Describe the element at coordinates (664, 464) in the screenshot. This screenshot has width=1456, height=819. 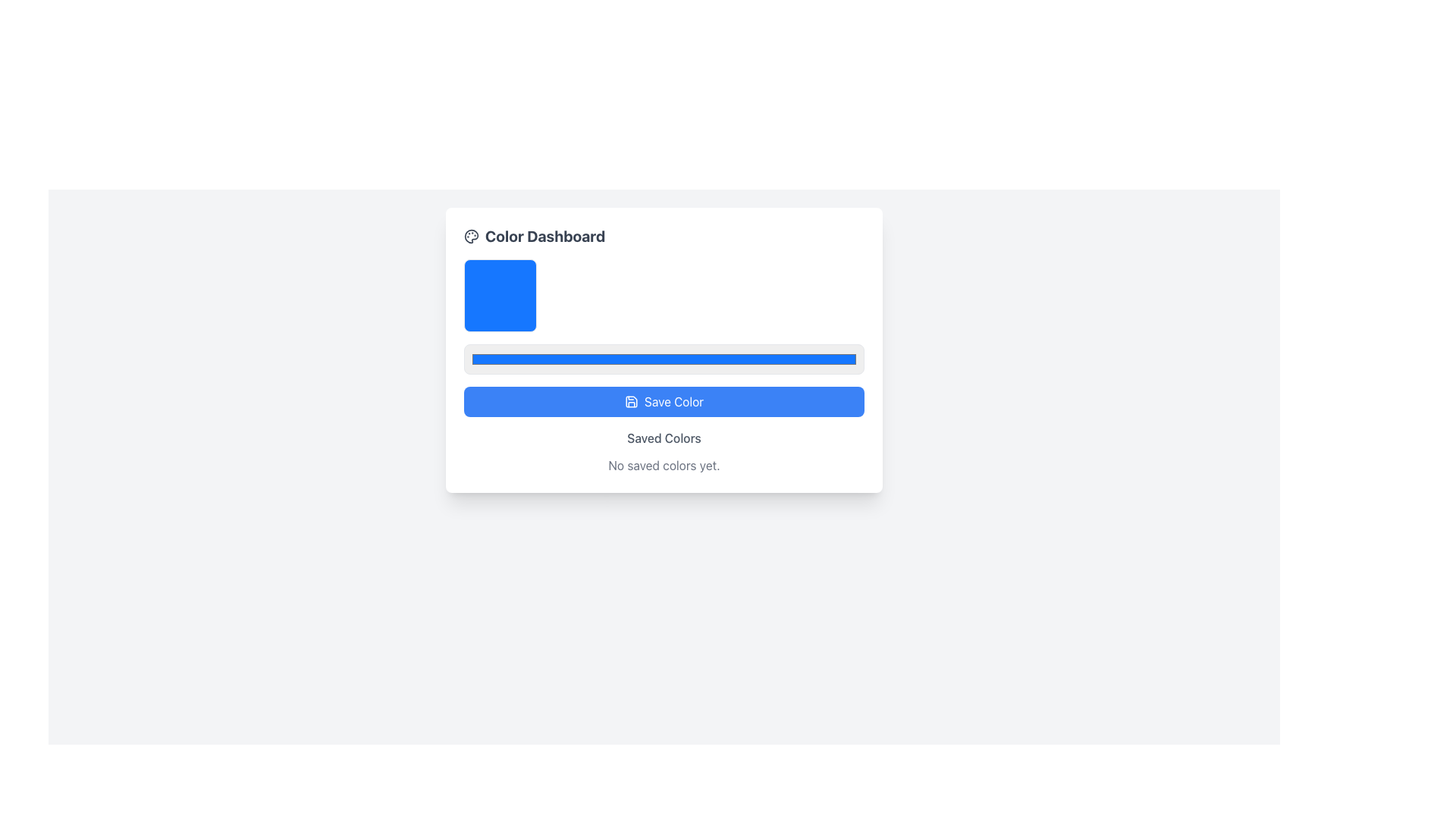
I see `the static text indicating that no colors have been saved by the user, located directly below the 'Saved Colors' heading in the dashboard` at that location.